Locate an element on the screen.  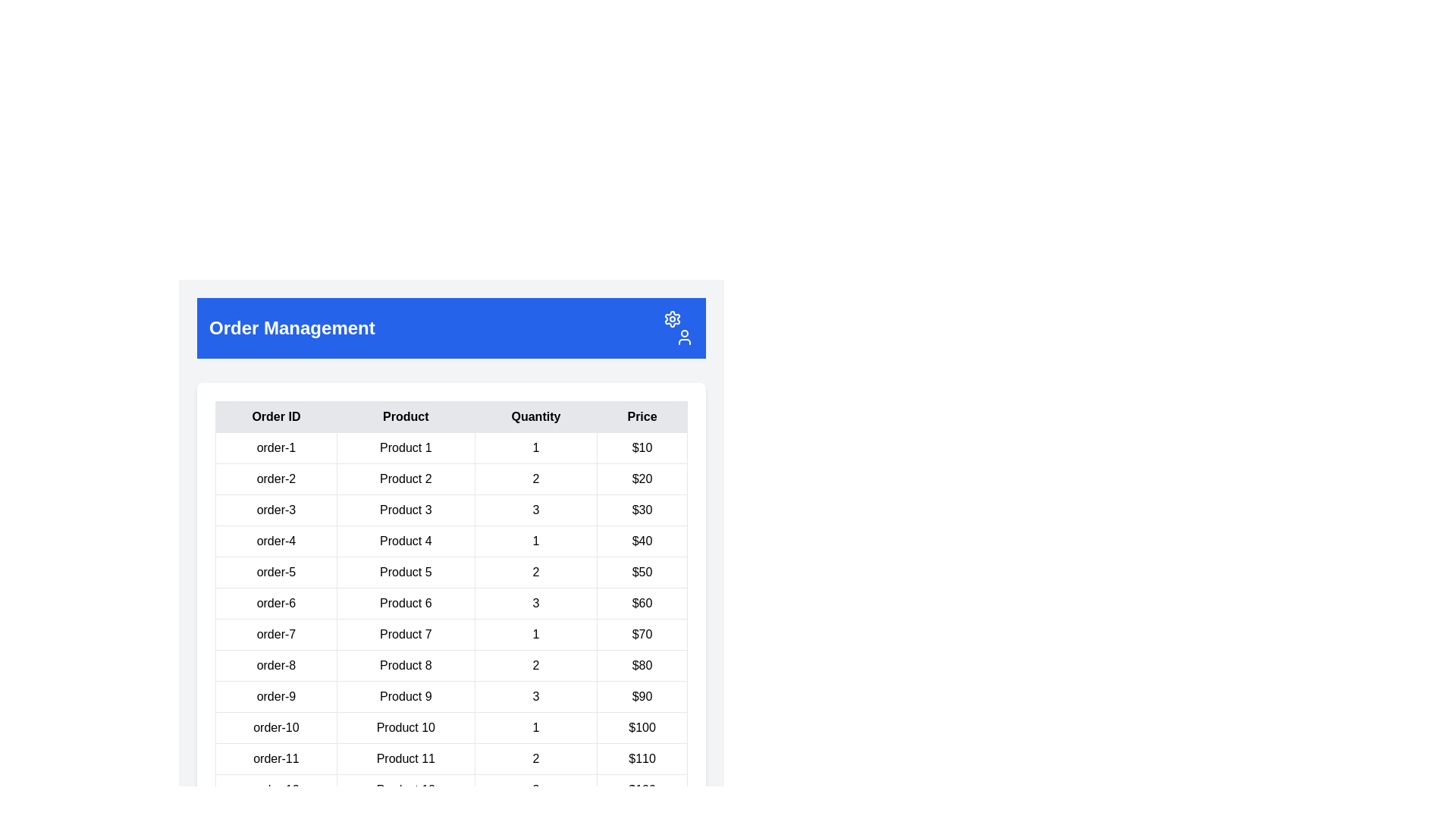
information displayed in the third row of the table containing 'order-3', 'Product 3', '3', and '$30' is located at coordinates (450, 510).